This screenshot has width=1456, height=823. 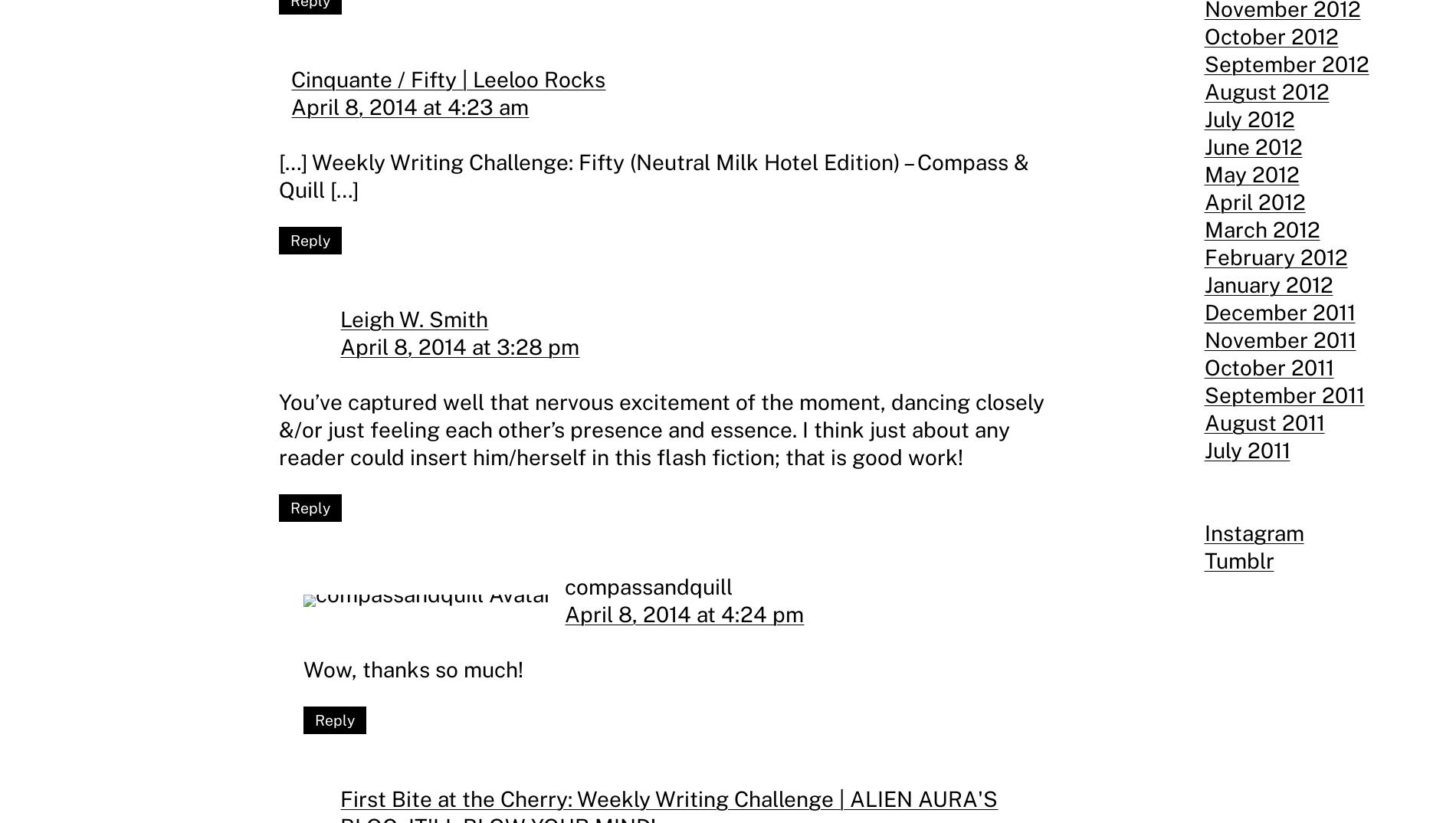 I want to click on 'March 2012', so click(x=1261, y=229).